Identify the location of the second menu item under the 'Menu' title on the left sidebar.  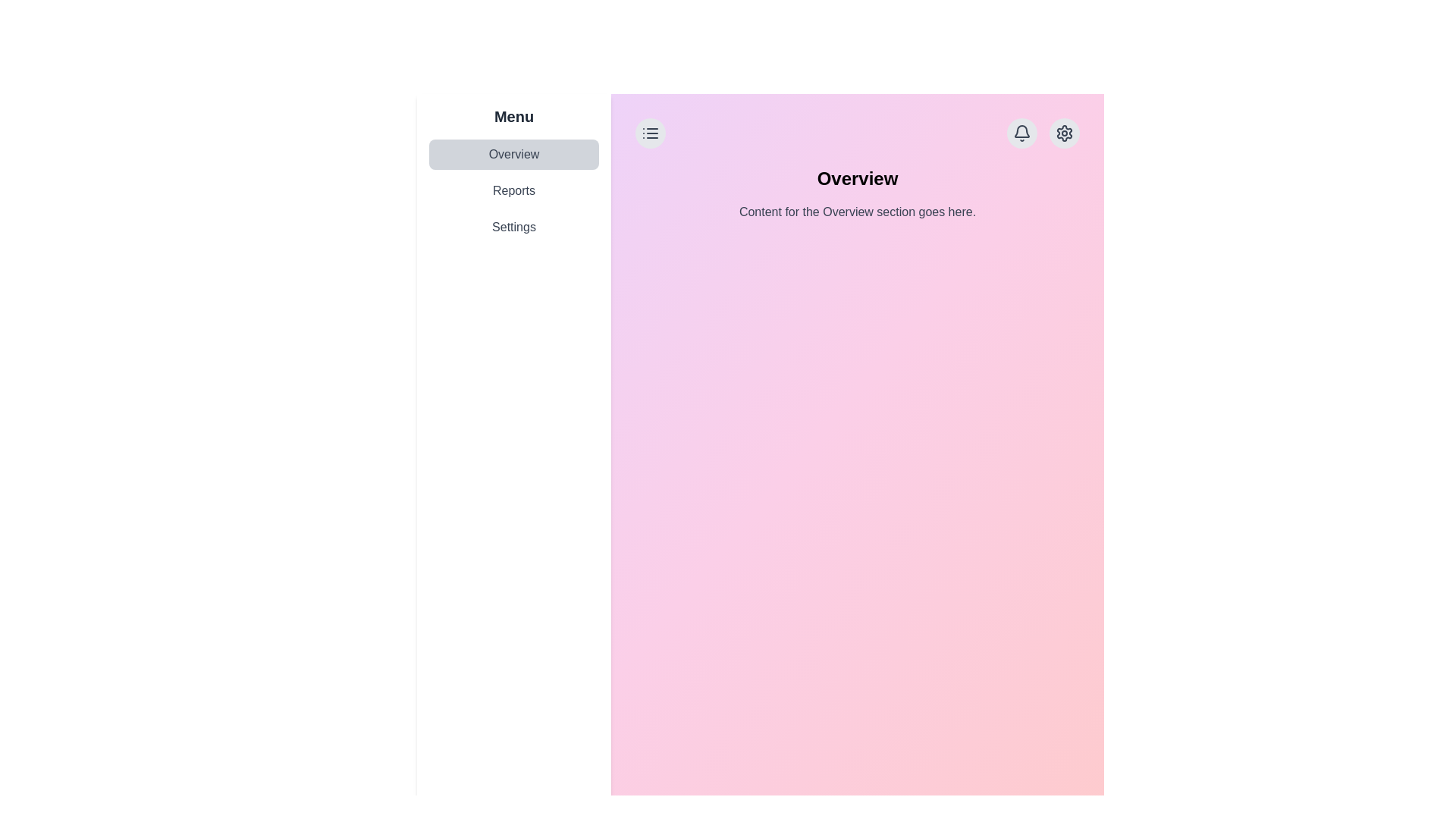
(513, 190).